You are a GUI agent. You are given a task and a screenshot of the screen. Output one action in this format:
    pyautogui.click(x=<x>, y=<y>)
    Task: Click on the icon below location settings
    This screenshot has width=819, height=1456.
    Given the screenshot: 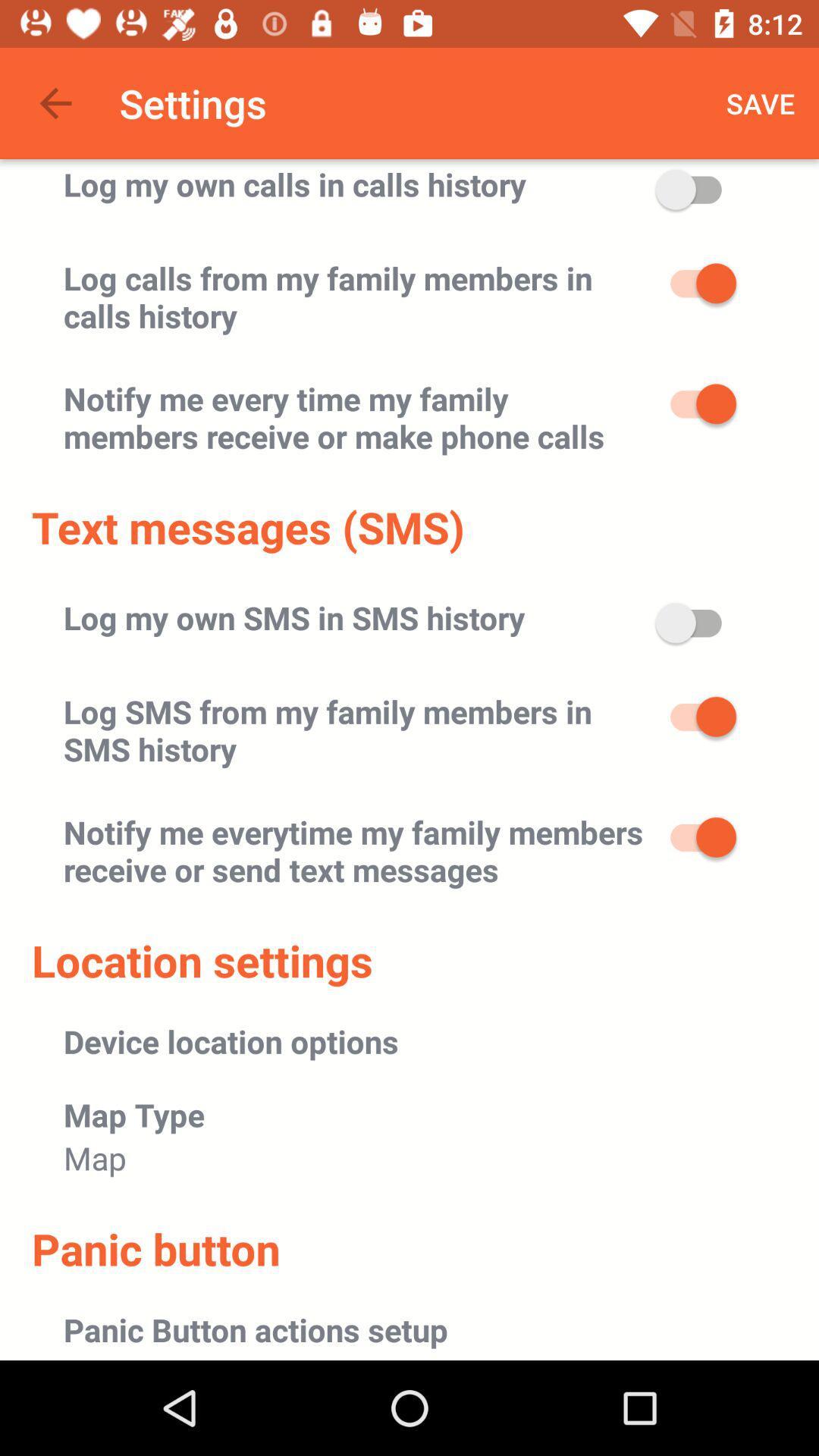 What is the action you would take?
    pyautogui.click(x=231, y=1040)
    